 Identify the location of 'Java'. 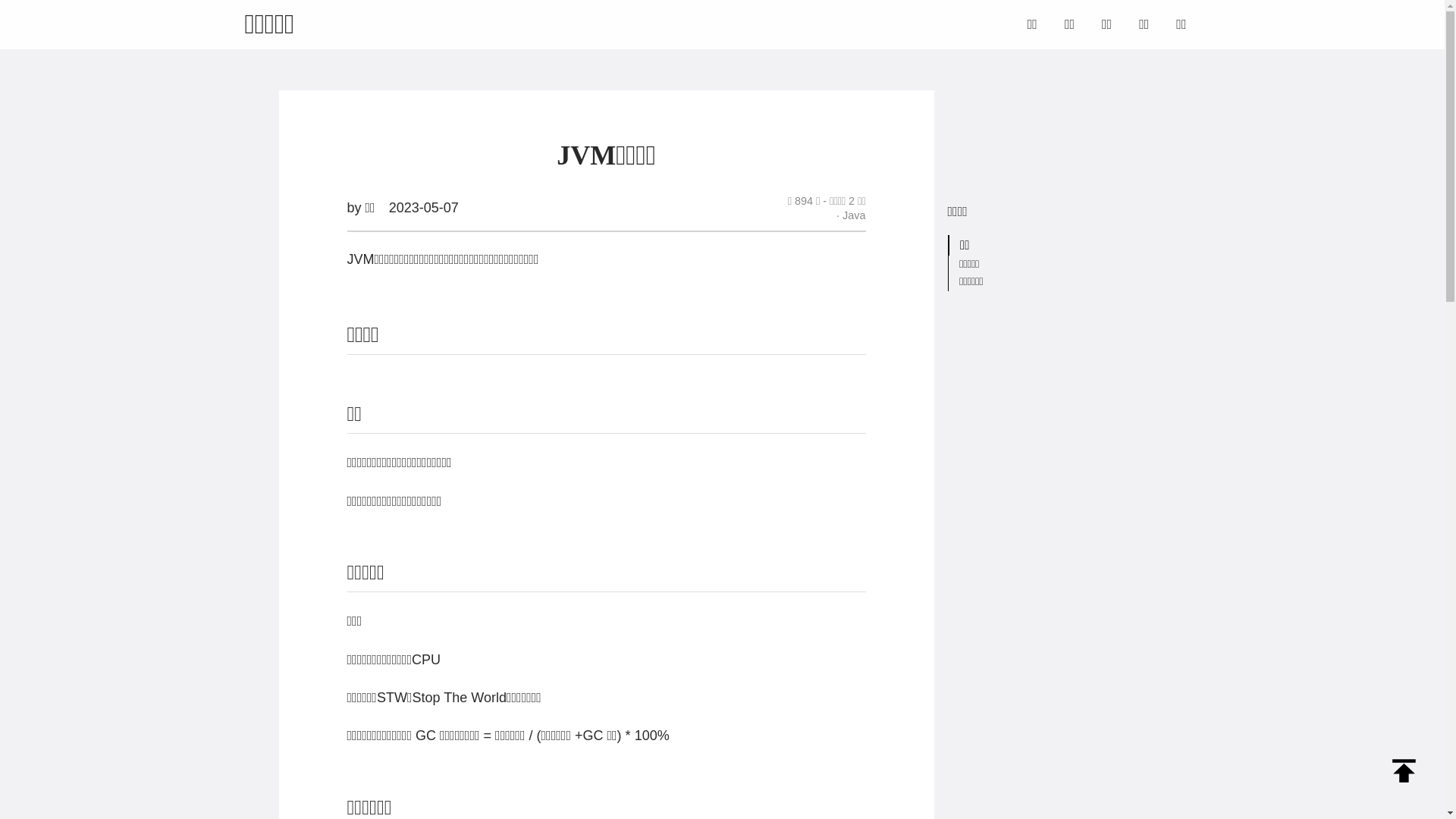
(851, 215).